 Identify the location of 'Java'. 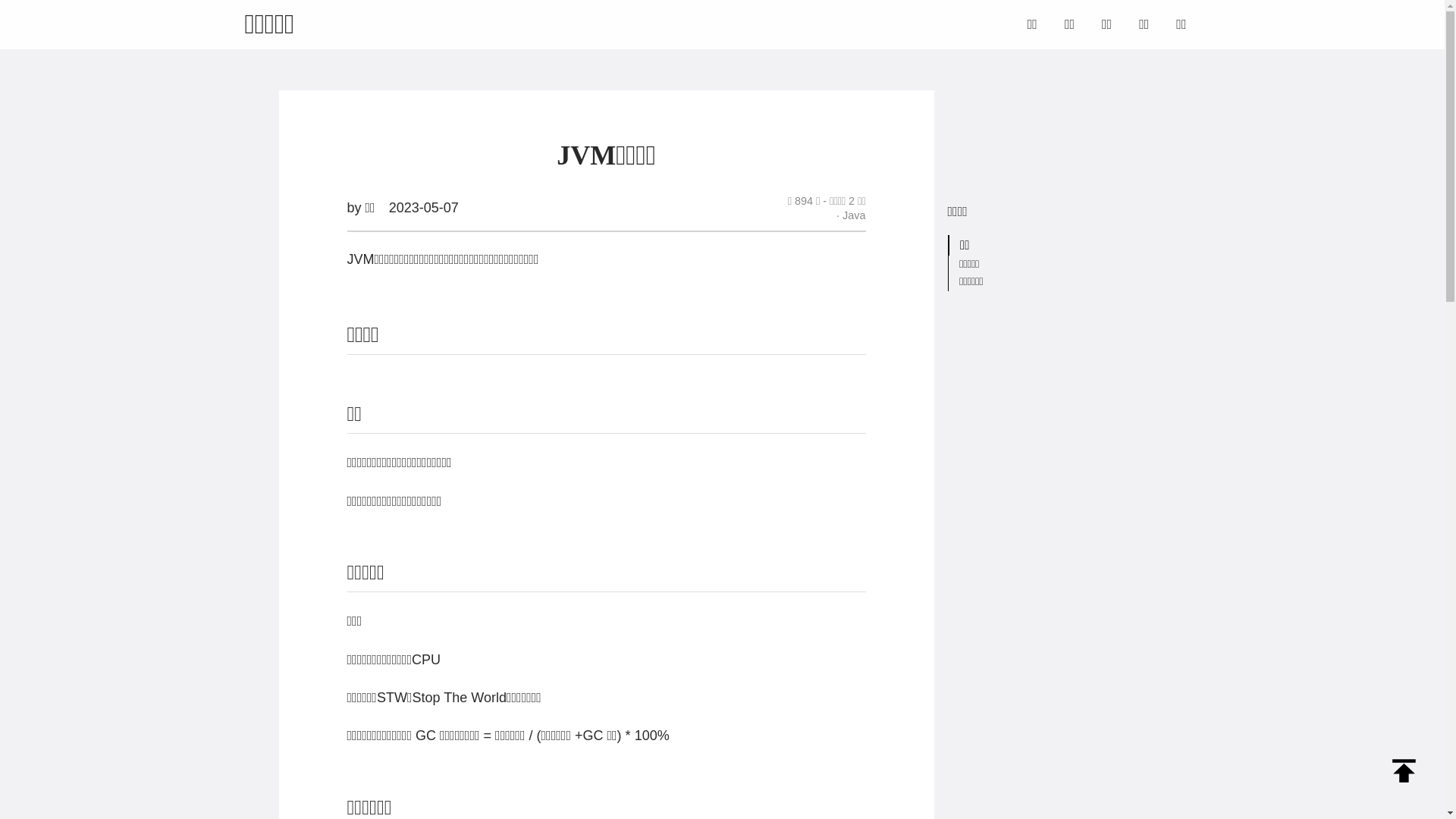
(851, 215).